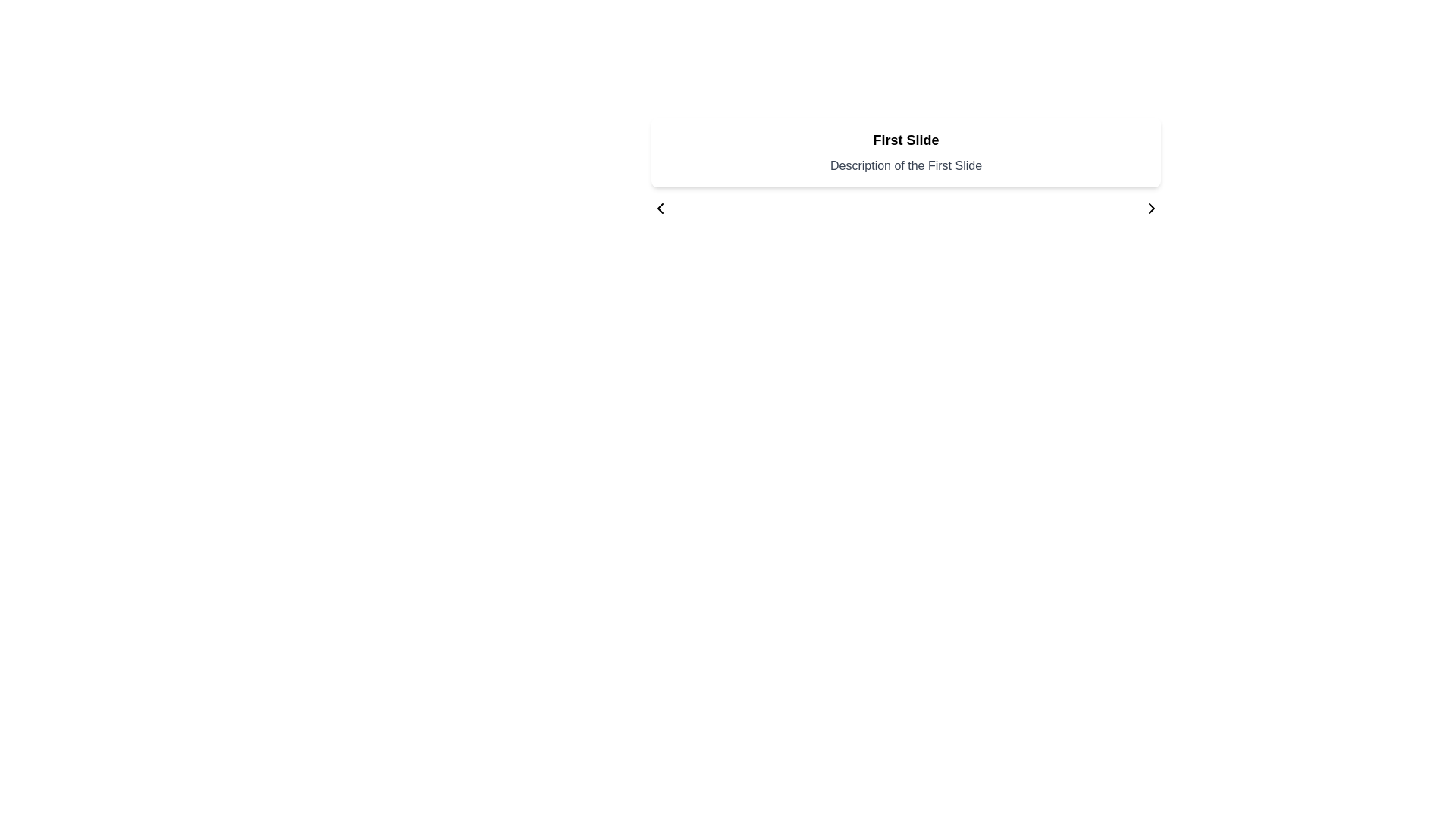 The height and width of the screenshot is (819, 1456). I want to click on Text display element located directly beneath the 'First Slide' element, which serves as a descriptive label providing additional information or context, so click(906, 166).